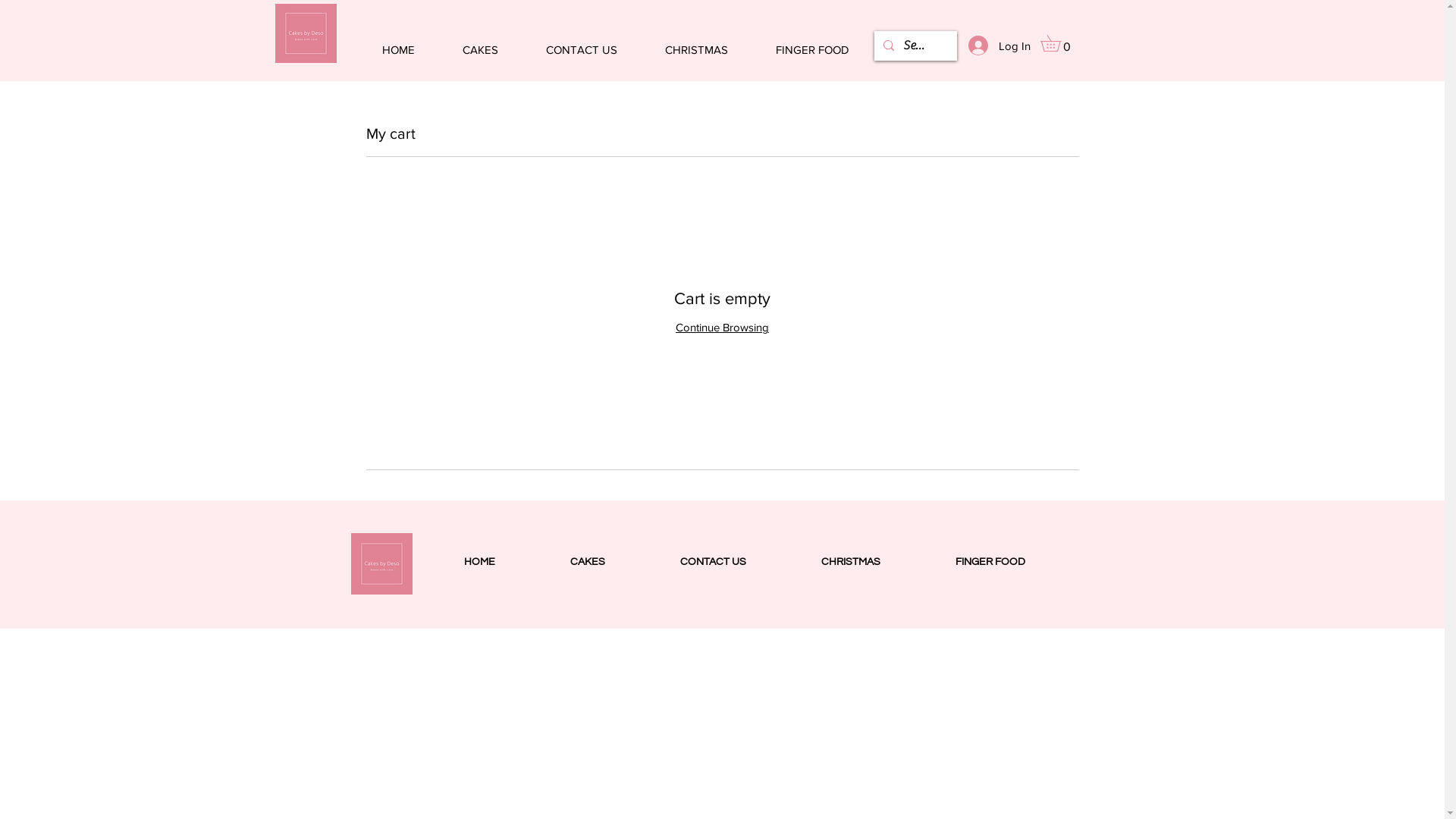 Image resolution: width=1456 pixels, height=819 pixels. I want to click on 'Continue Browsing', so click(721, 326).